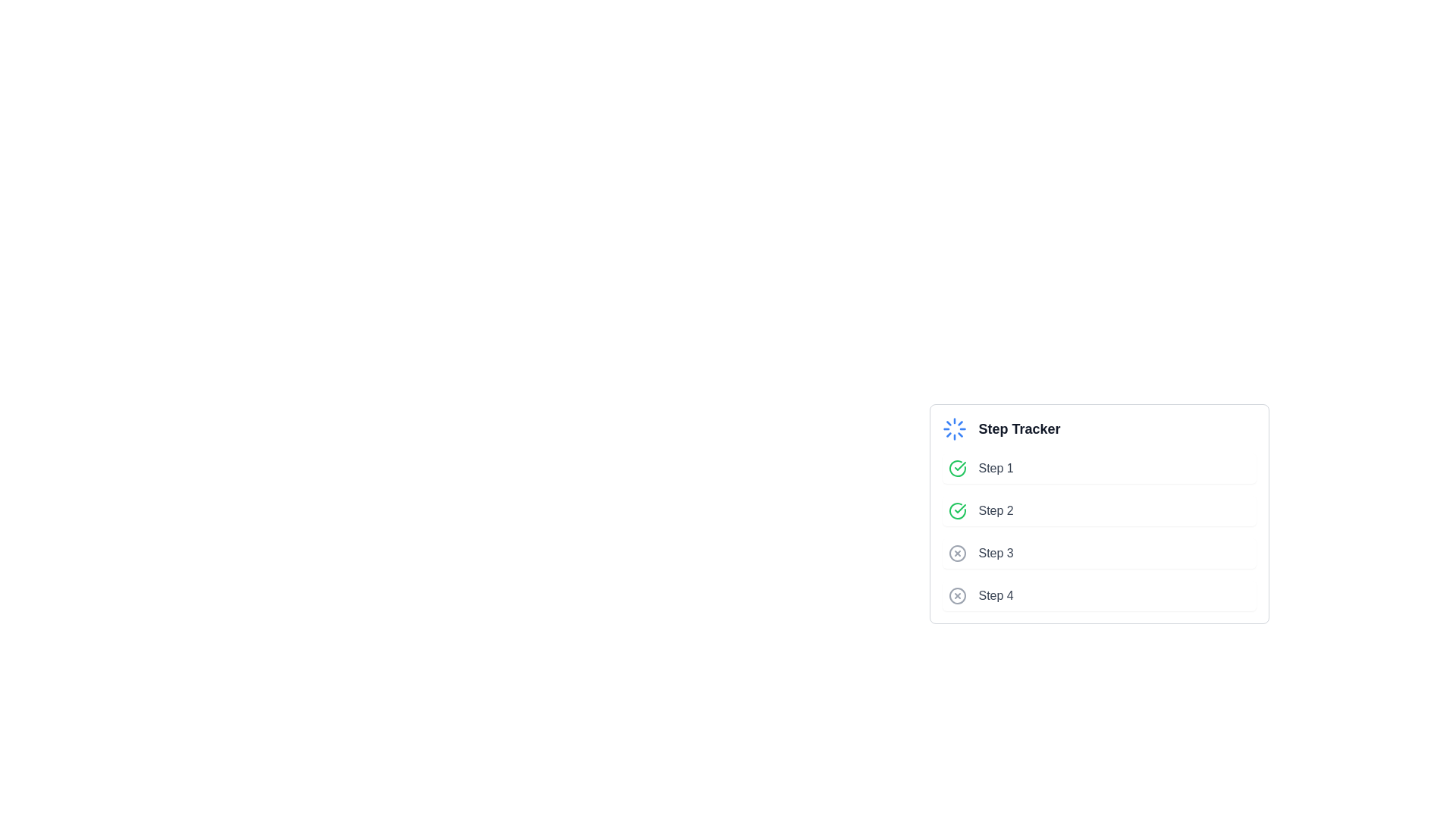 This screenshot has height=819, width=1456. Describe the element at coordinates (956, 595) in the screenshot. I see `the circular icon with a gray border and an 'X' mark indicating an error, located in the bottom right corner of the 'Step Tracker' section, adjacent to 'Step 4'` at that location.